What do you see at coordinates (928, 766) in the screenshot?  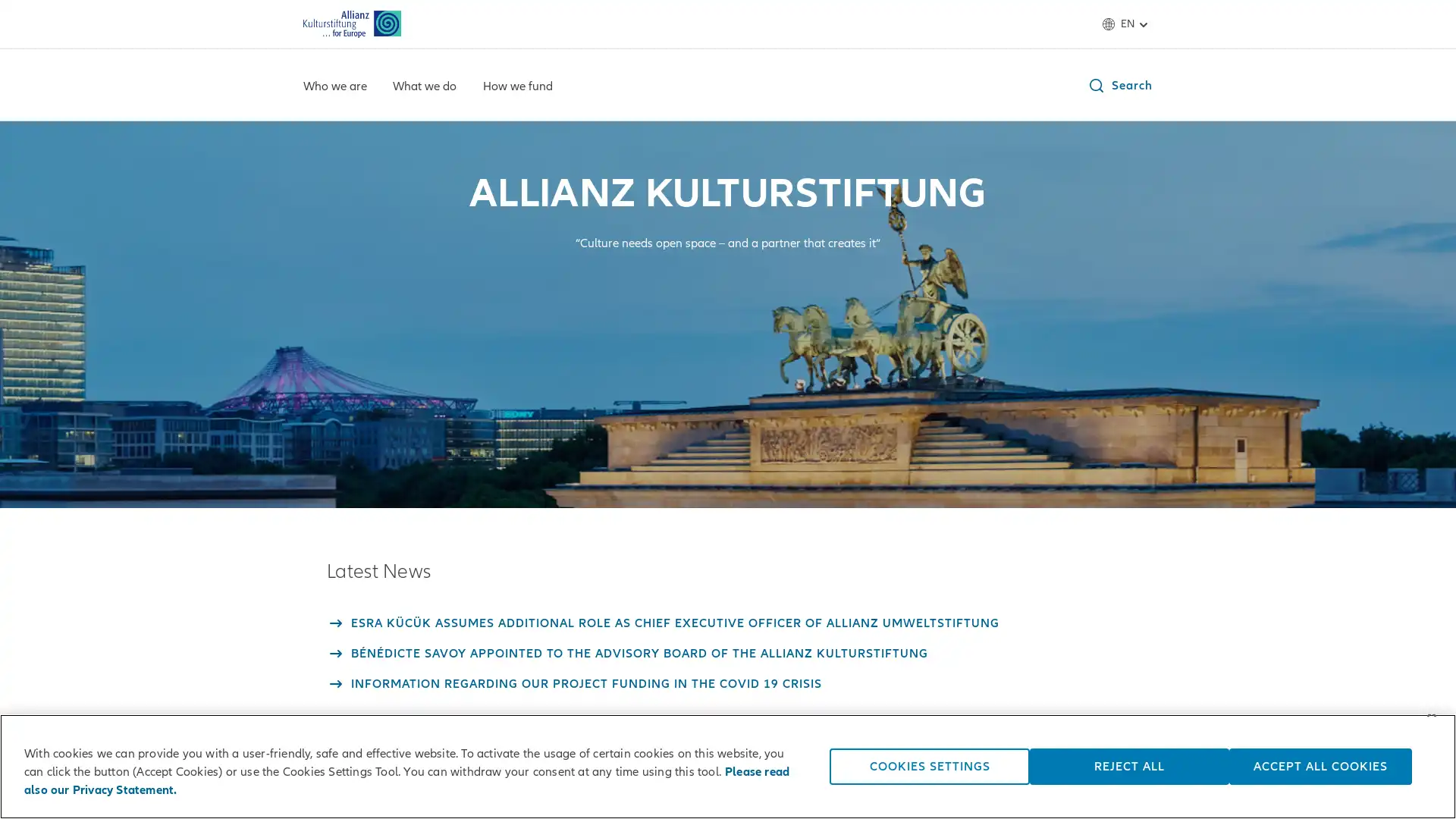 I see `COOKIES SETTINGS` at bounding box center [928, 766].